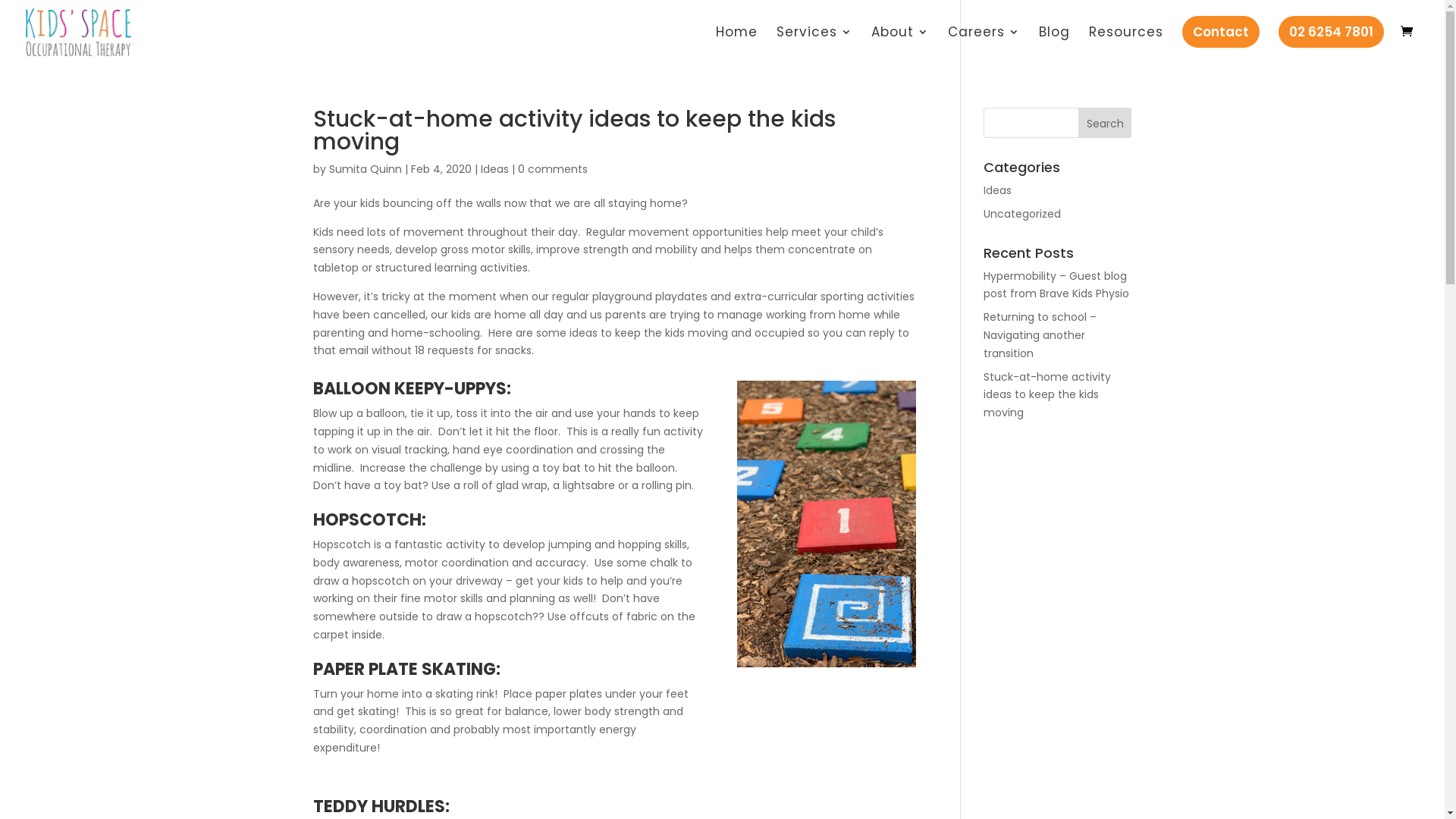 The image size is (1456, 819). I want to click on 'Sumita Quinn', so click(328, 169).